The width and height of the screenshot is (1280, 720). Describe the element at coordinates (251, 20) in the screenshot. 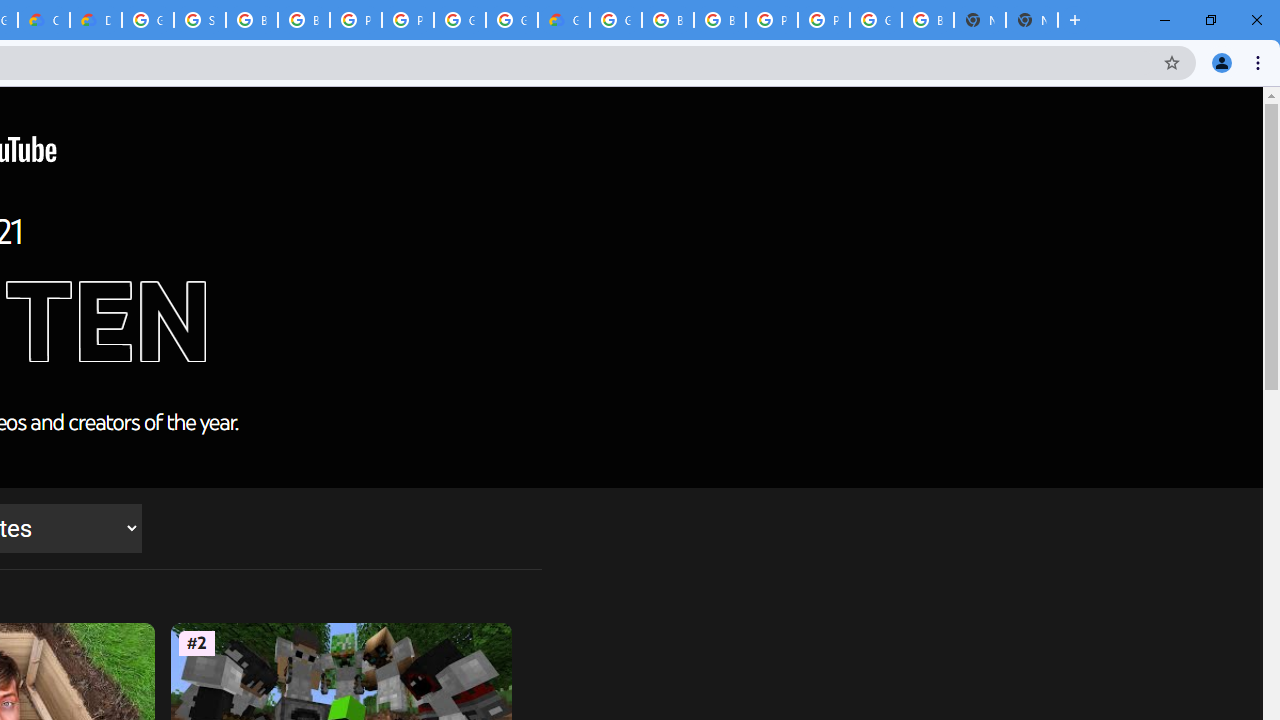

I see `'Browse Chrome as a guest - Computer - Google Chrome Help'` at that location.